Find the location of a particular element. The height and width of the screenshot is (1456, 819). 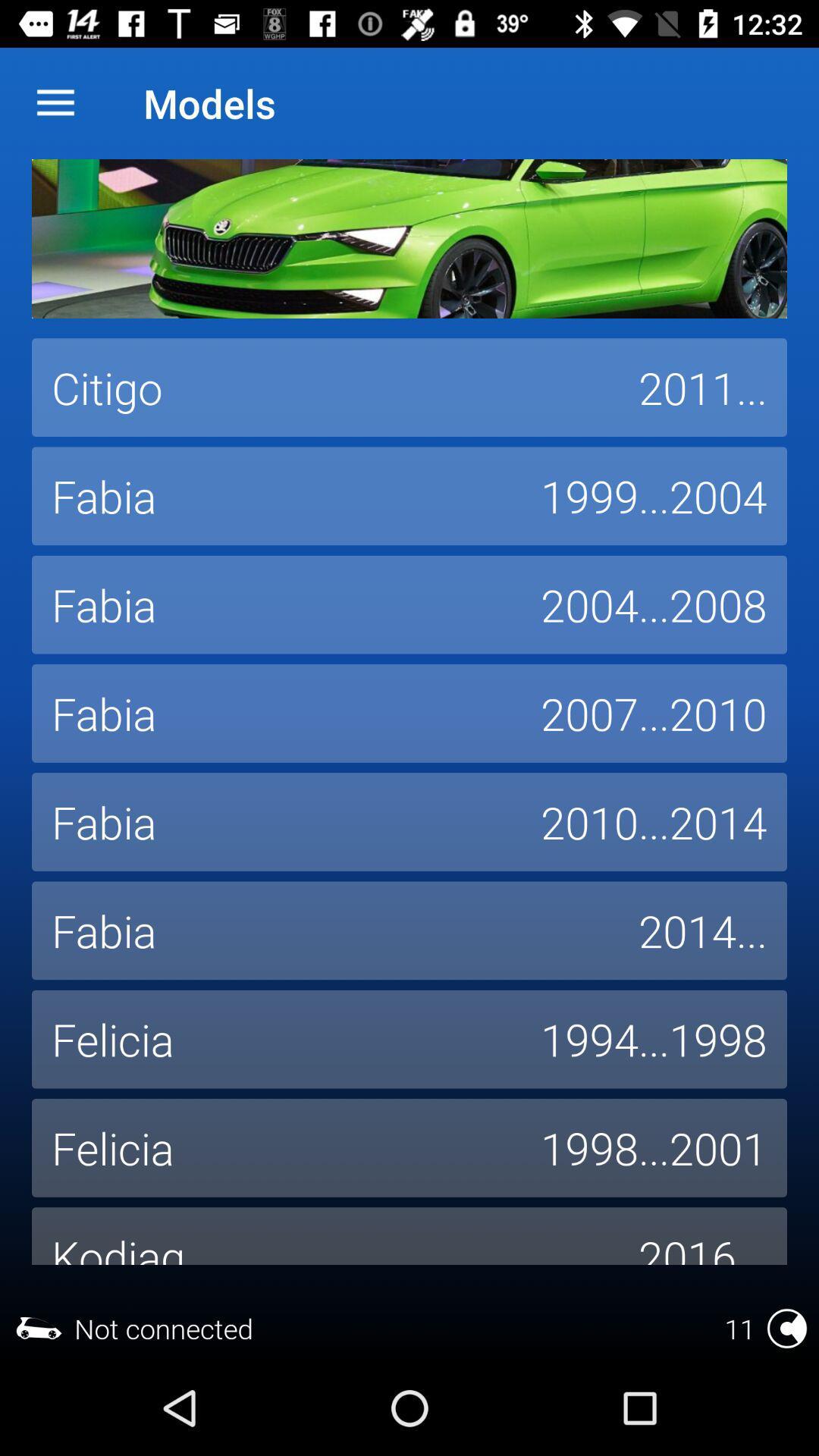

the citigo item is located at coordinates (324, 388).